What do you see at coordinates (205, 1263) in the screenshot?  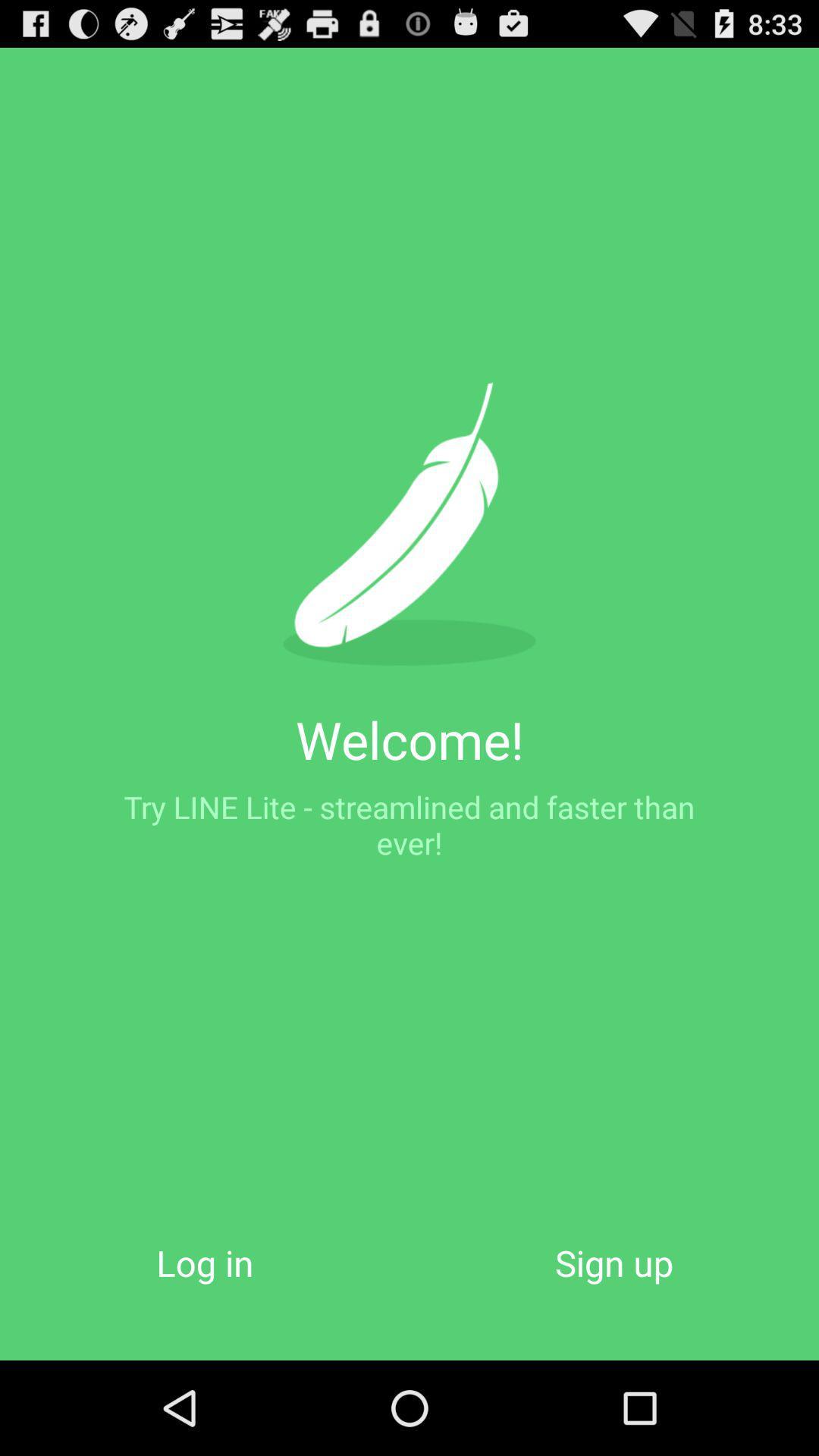 I see `the item to the left of sign up button` at bounding box center [205, 1263].